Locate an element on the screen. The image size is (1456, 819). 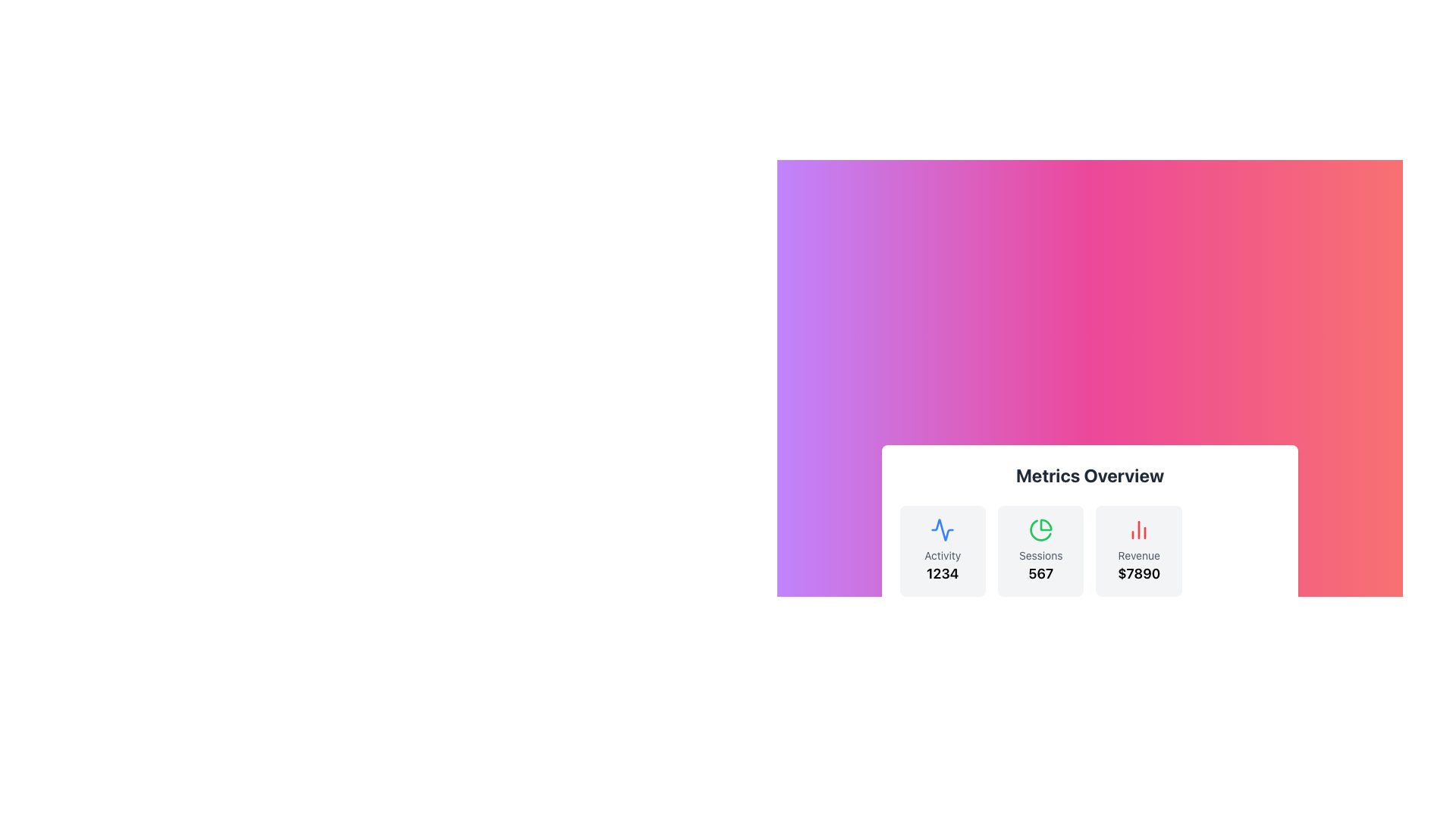
displayed revenue value from the Text Display located in the financial metrics overview section, under the label 'Revenue' is located at coordinates (1139, 573).